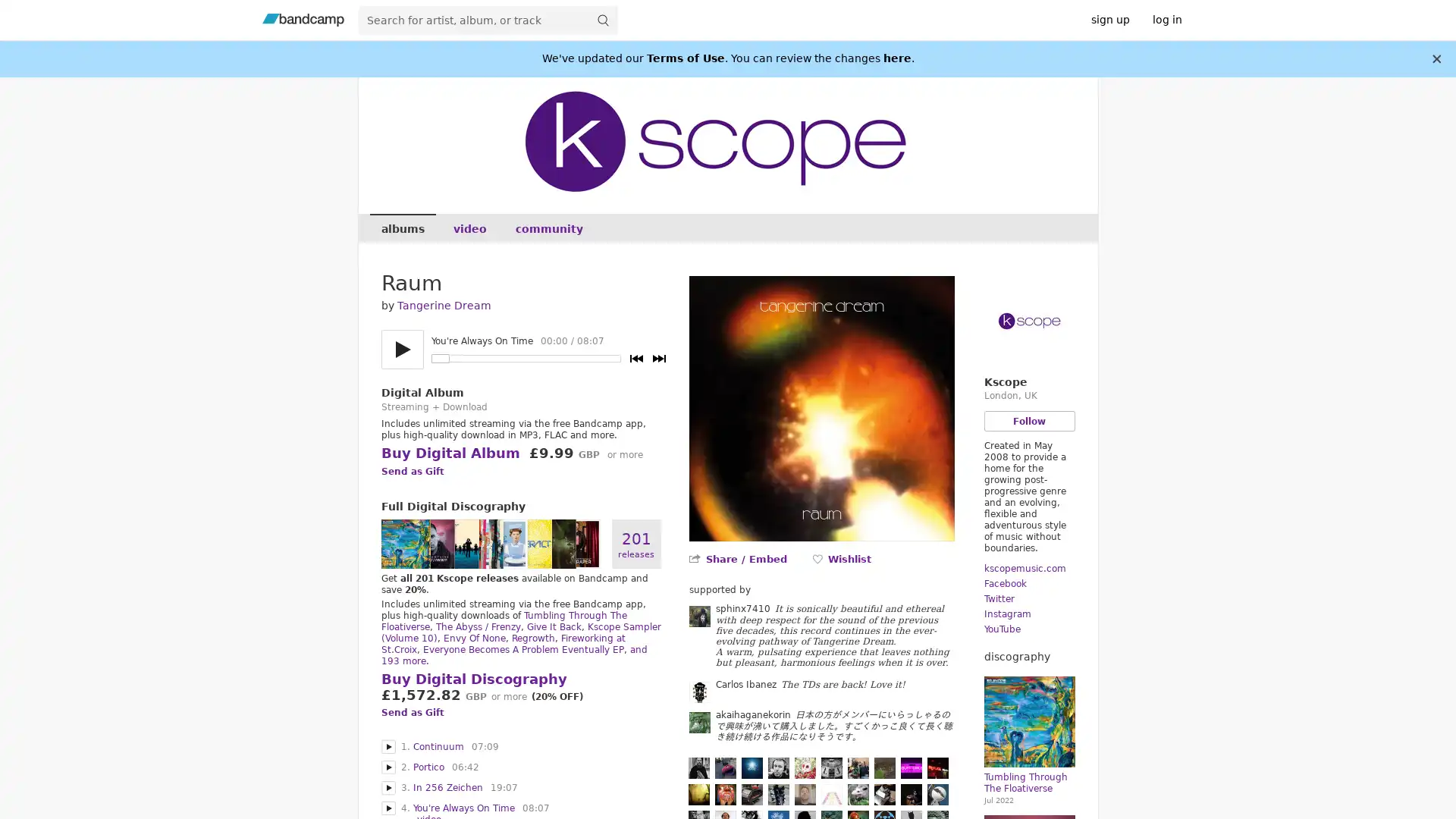  Describe the element at coordinates (602, 20) in the screenshot. I see `submit for full search page` at that location.